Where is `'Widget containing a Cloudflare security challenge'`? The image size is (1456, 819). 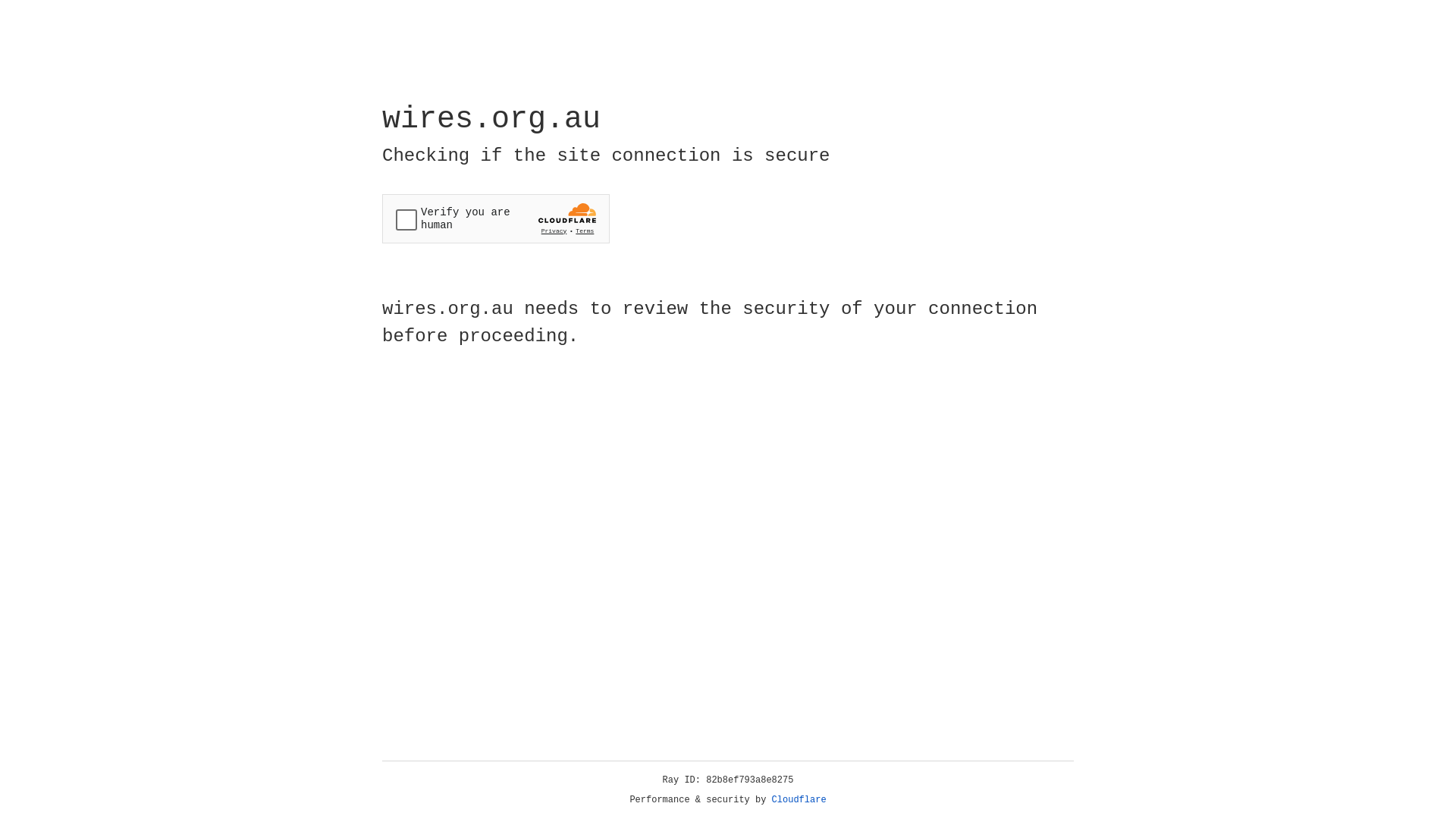
'Widget containing a Cloudflare security challenge' is located at coordinates (495, 218).